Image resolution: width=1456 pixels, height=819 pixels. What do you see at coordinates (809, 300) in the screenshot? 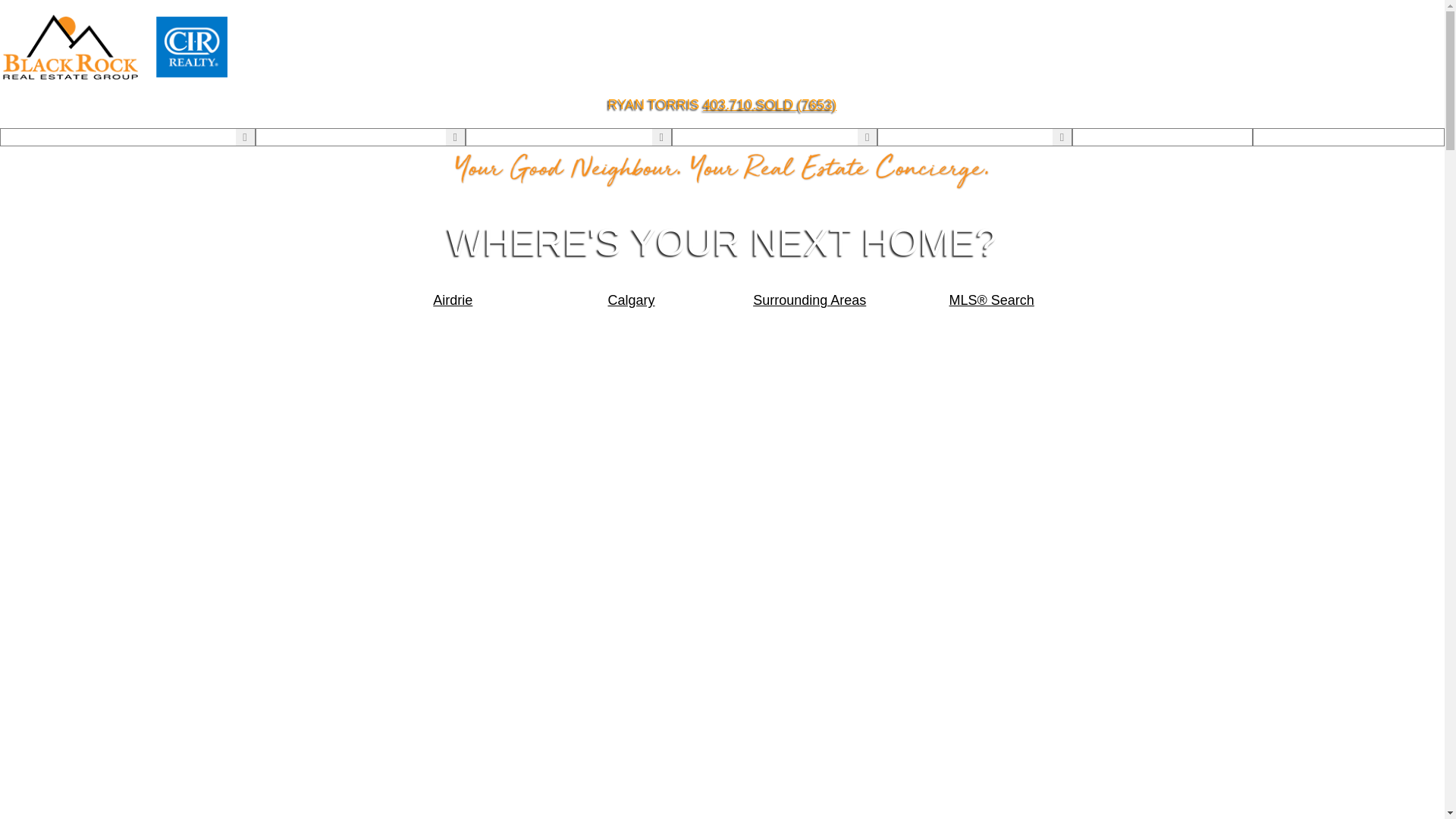
I see `'Surrounding Areas'` at bounding box center [809, 300].